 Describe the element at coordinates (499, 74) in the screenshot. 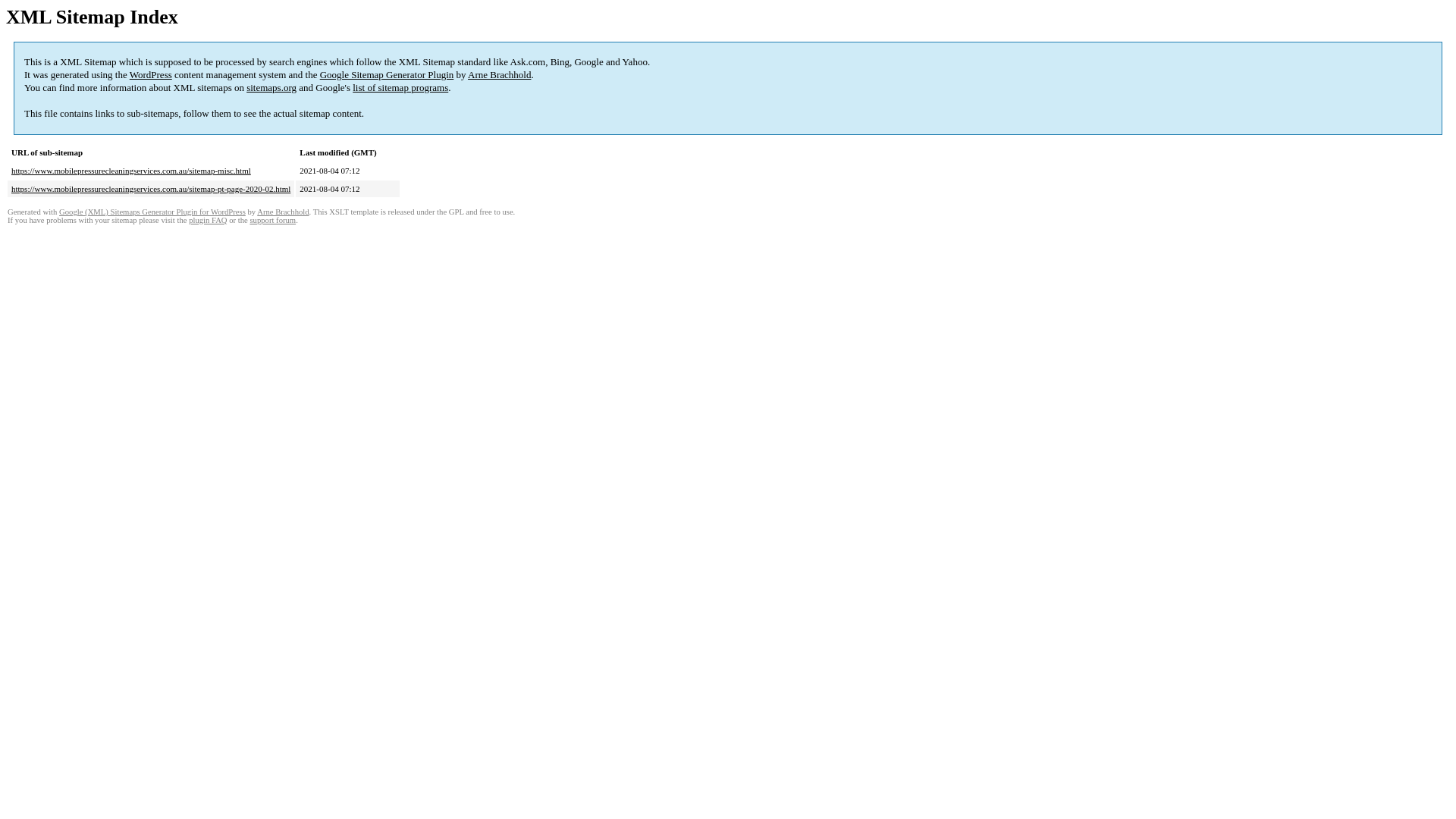

I see `'Arne Brachhold'` at that location.